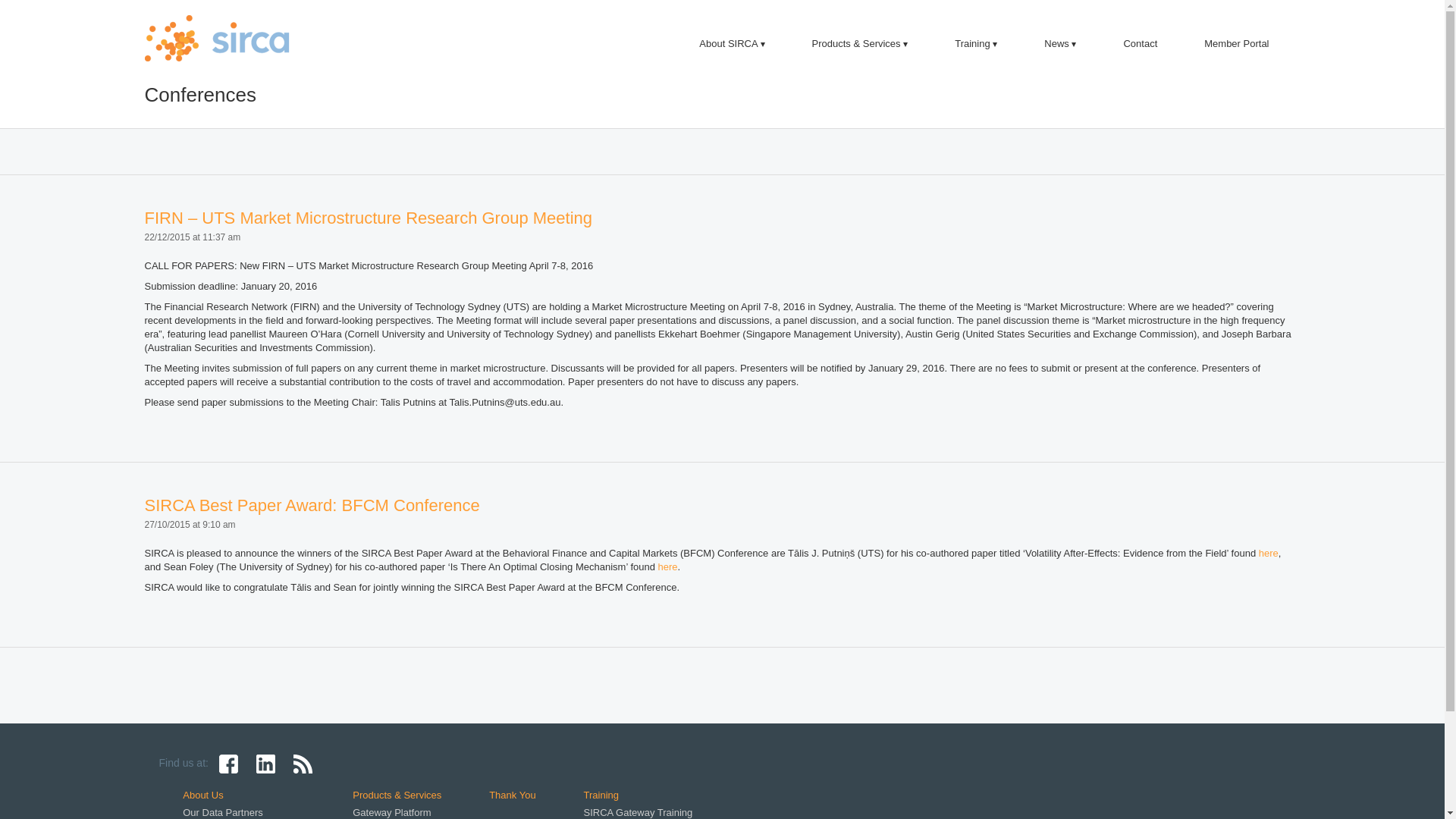 This screenshot has width=1456, height=819. I want to click on 'SIRCA', so click(144, 37).